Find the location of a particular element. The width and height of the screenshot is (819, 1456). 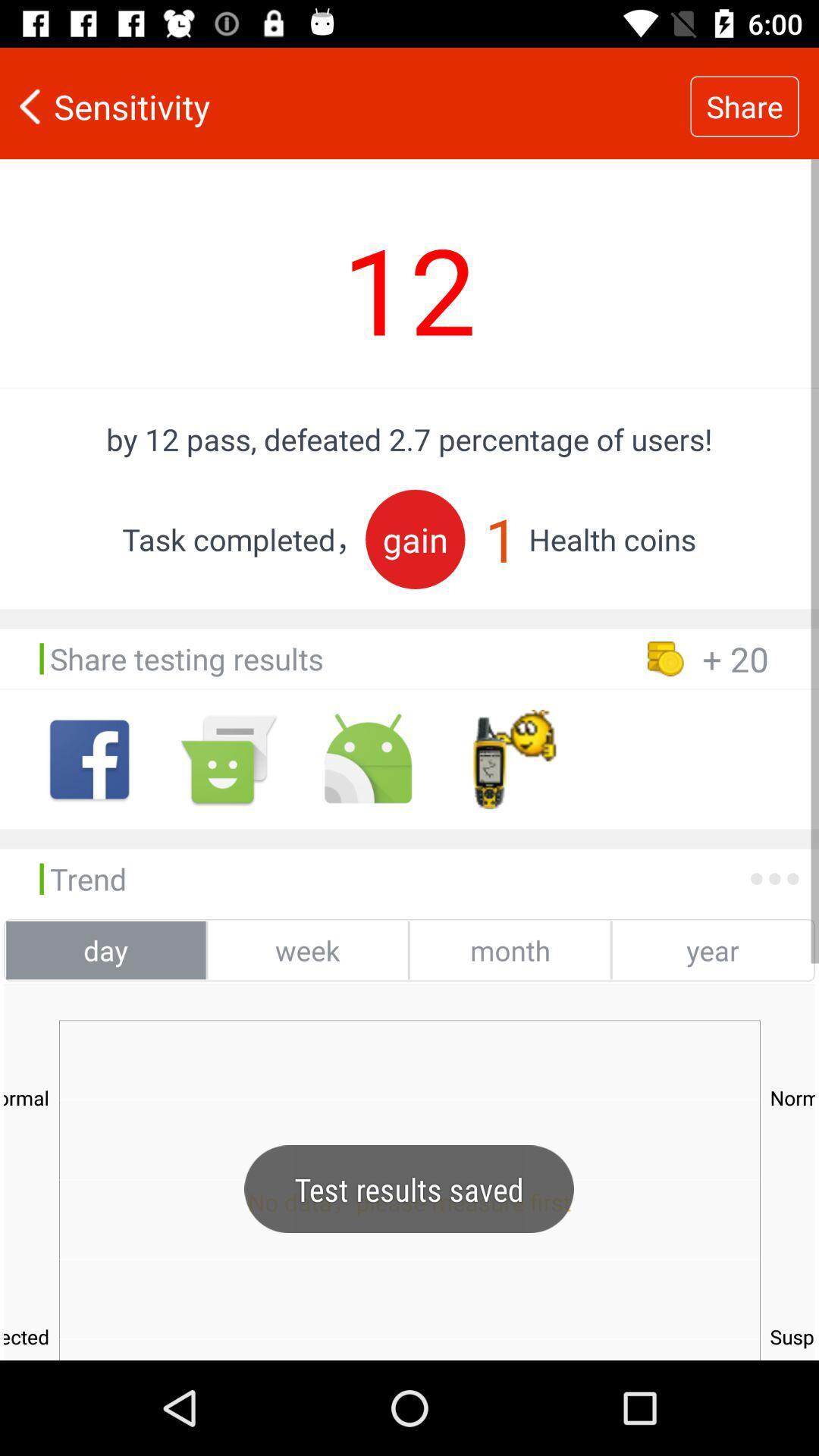

shows smile icon is located at coordinates (228, 759).